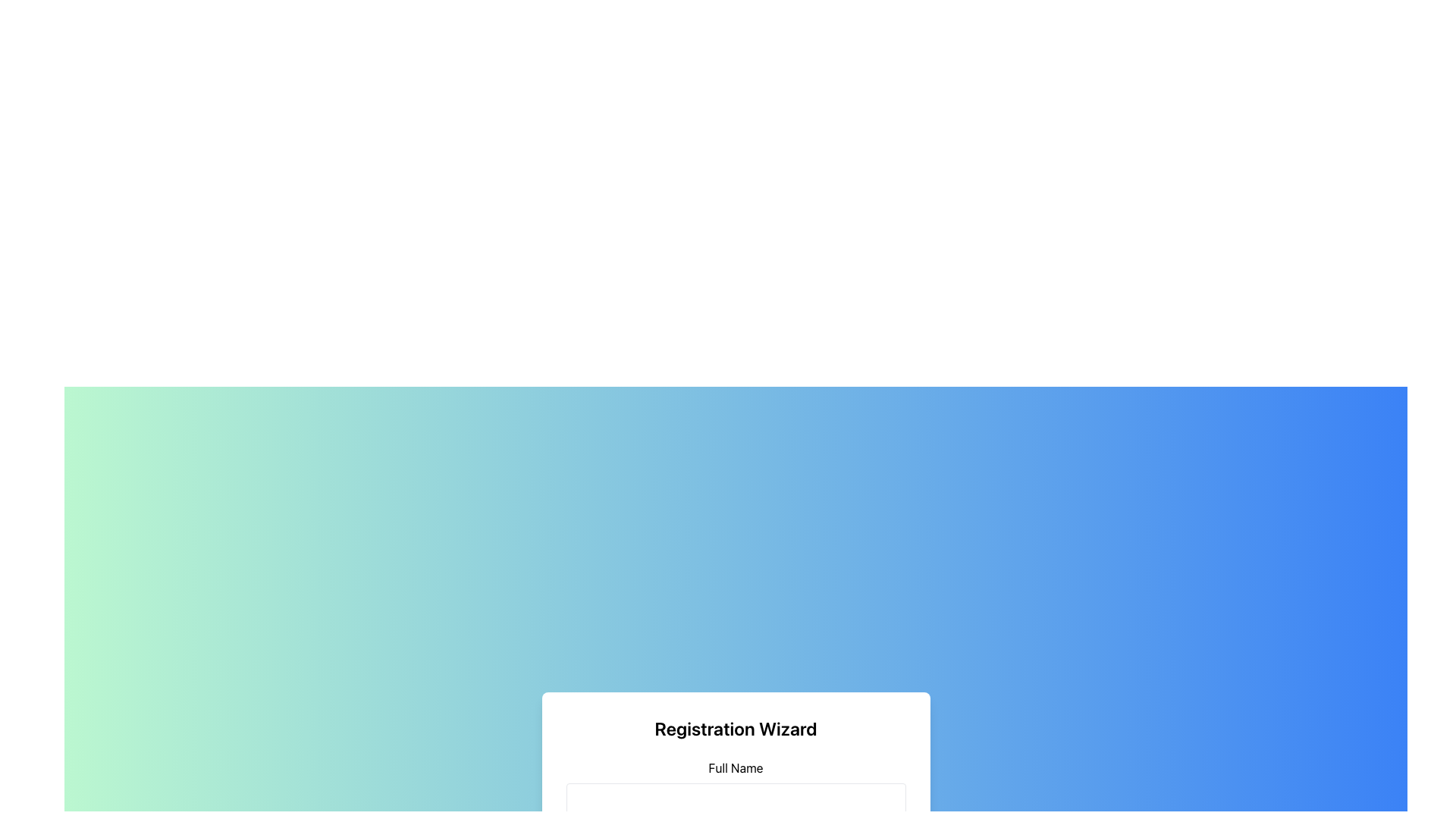 This screenshot has width=1456, height=819. I want to click on the 'Full Name' label which is centrally aligned in the registration form section, located above the corresponding input field, so click(736, 768).